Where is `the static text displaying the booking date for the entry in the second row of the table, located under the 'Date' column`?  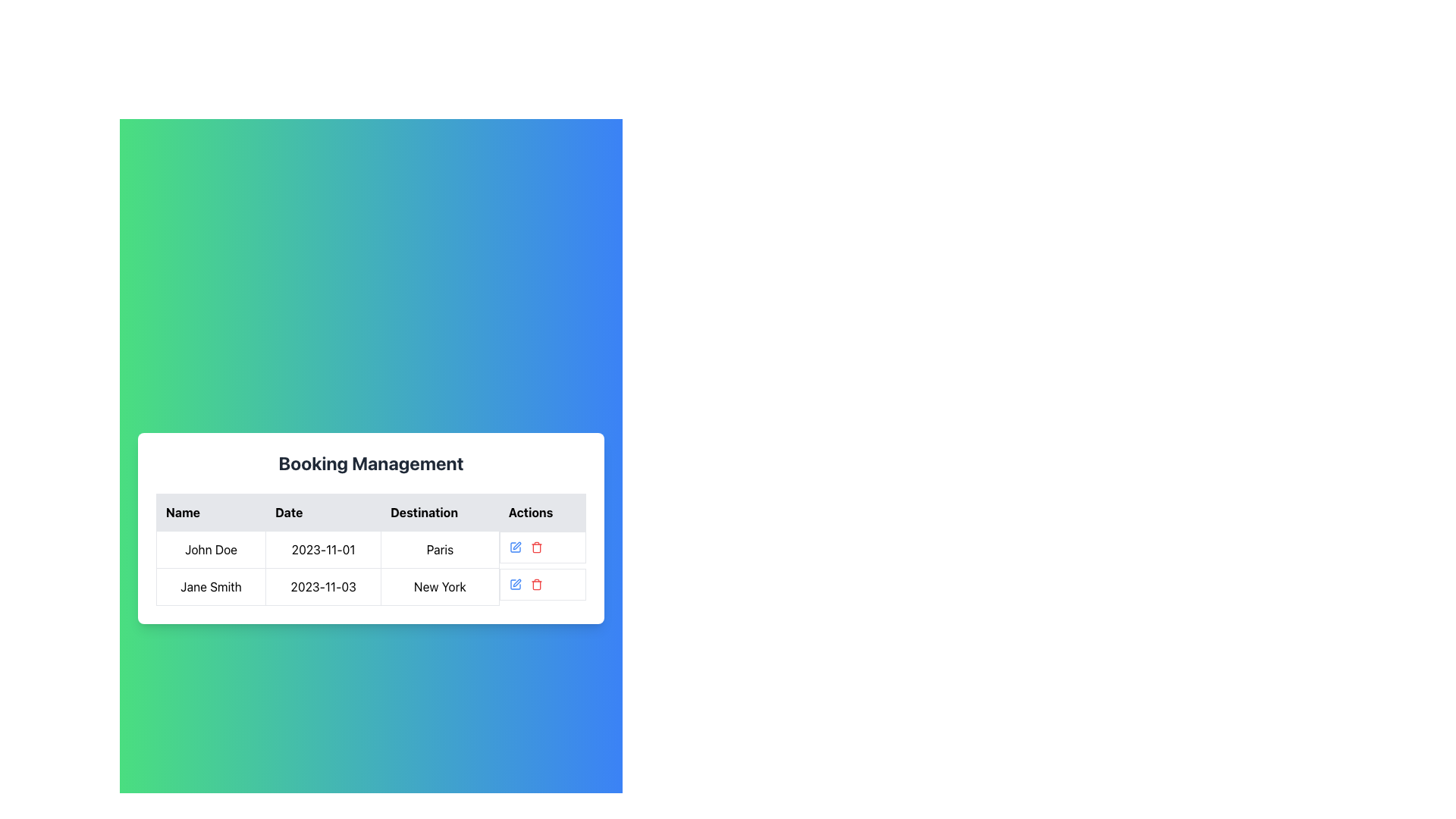
the static text displaying the booking date for the entry in the second row of the table, located under the 'Date' column is located at coordinates (322, 586).